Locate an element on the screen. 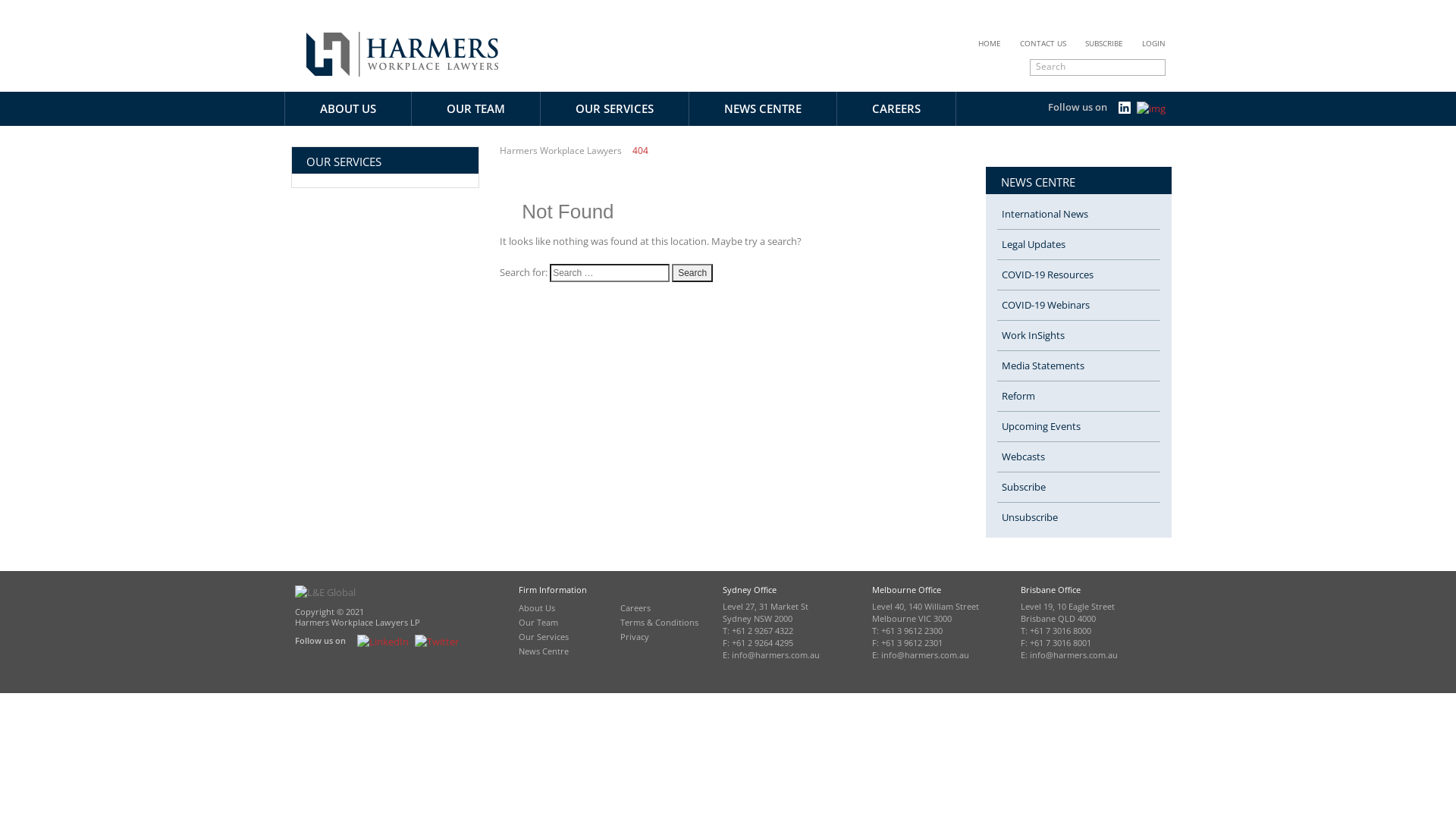 The height and width of the screenshot is (819, 1456). 'OUR TEAM' is located at coordinates (475, 108).